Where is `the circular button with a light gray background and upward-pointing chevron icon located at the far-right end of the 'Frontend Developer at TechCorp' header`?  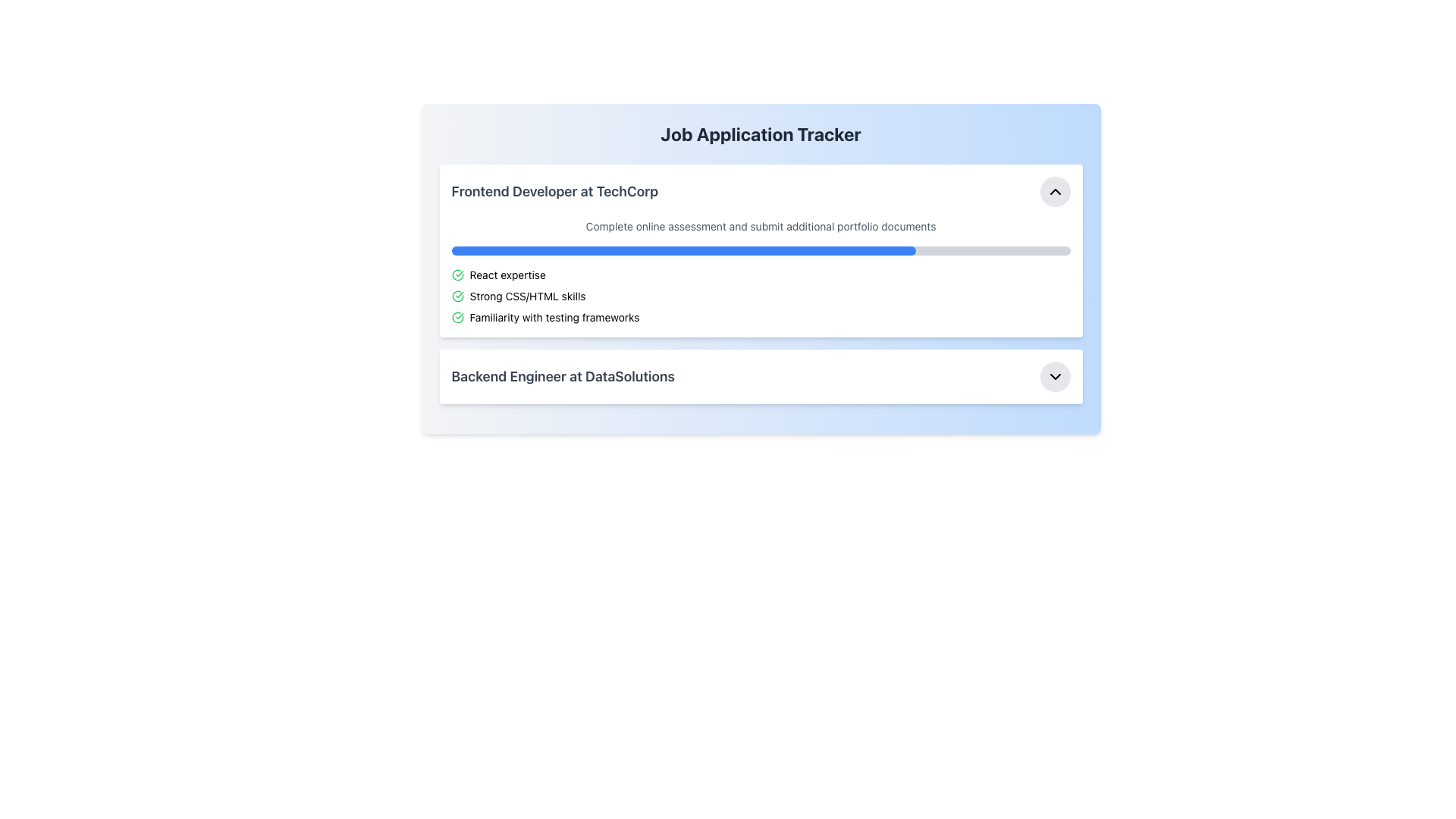 the circular button with a light gray background and upward-pointing chevron icon located at the far-right end of the 'Frontend Developer at TechCorp' header is located at coordinates (1054, 191).